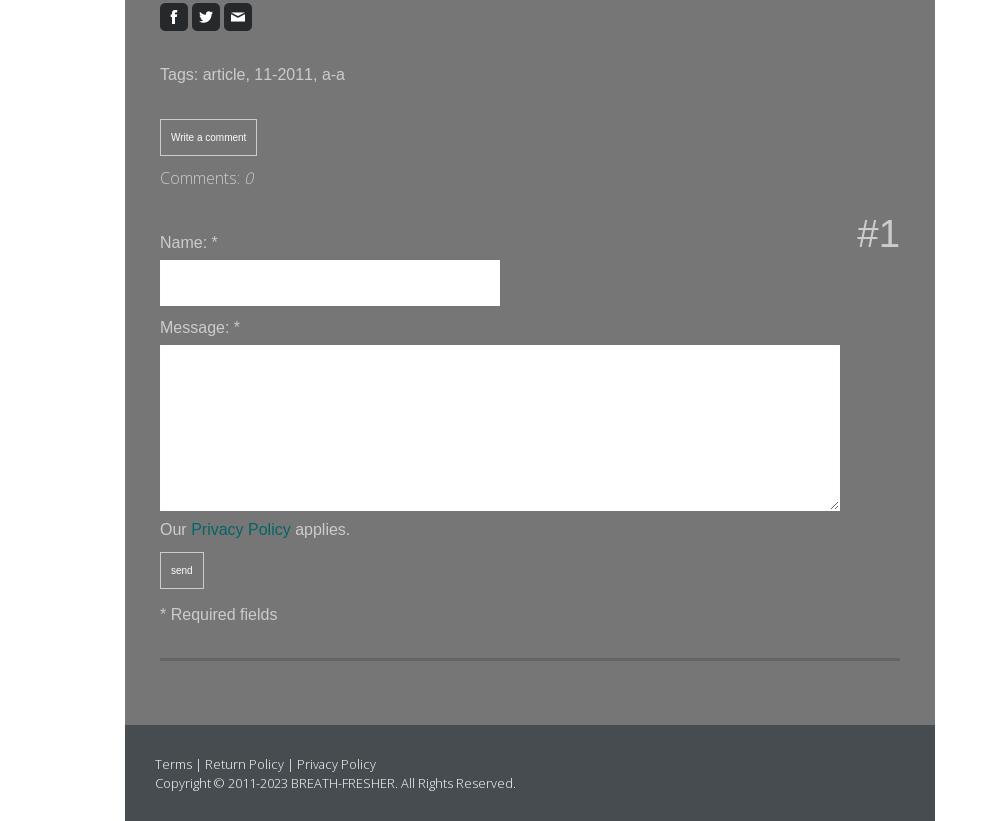 The height and width of the screenshot is (821, 1000). I want to click on 'Our', so click(175, 529).